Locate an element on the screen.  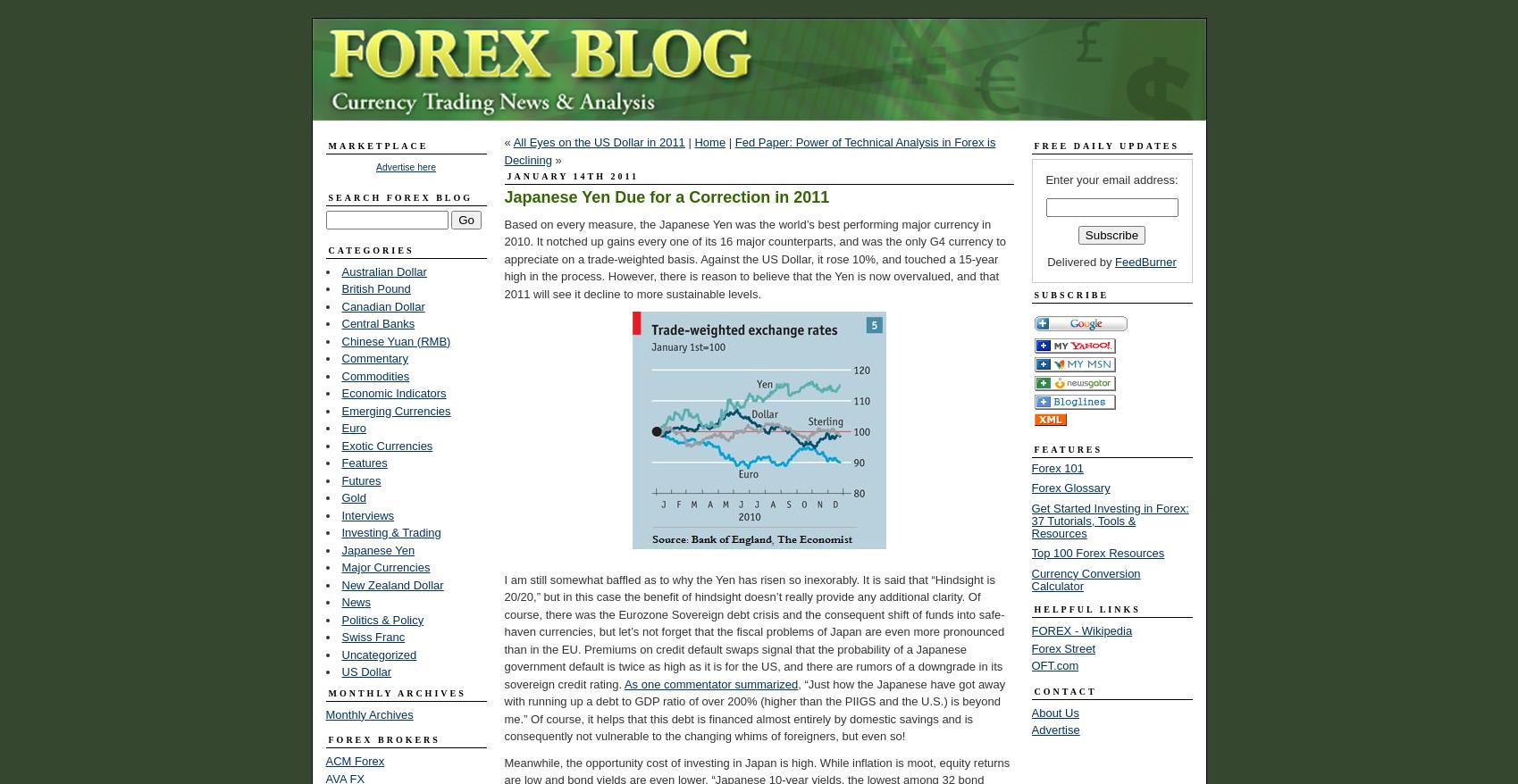
'OFT.com' is located at coordinates (1054, 664).